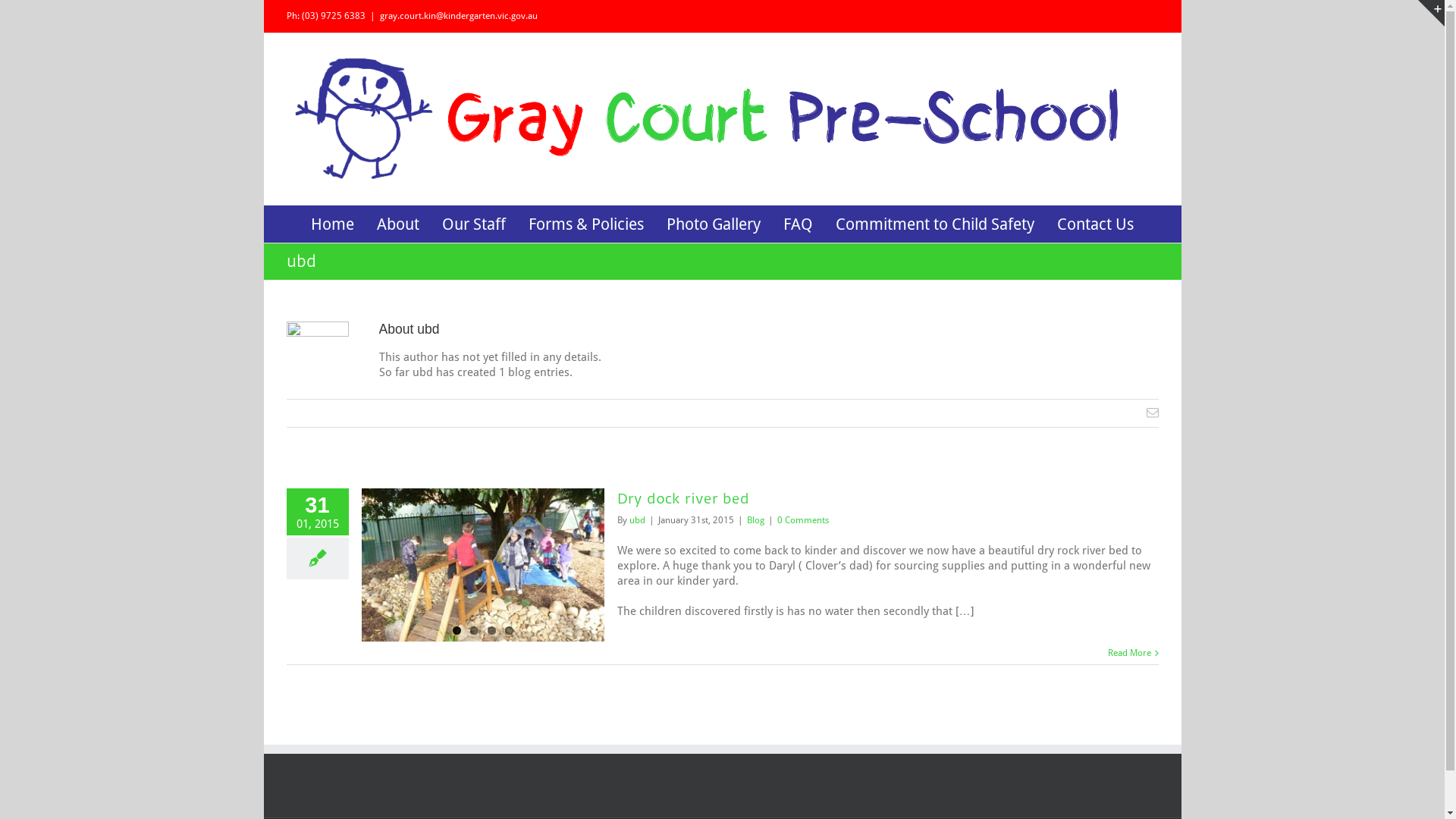  I want to click on '4', so click(509, 630).